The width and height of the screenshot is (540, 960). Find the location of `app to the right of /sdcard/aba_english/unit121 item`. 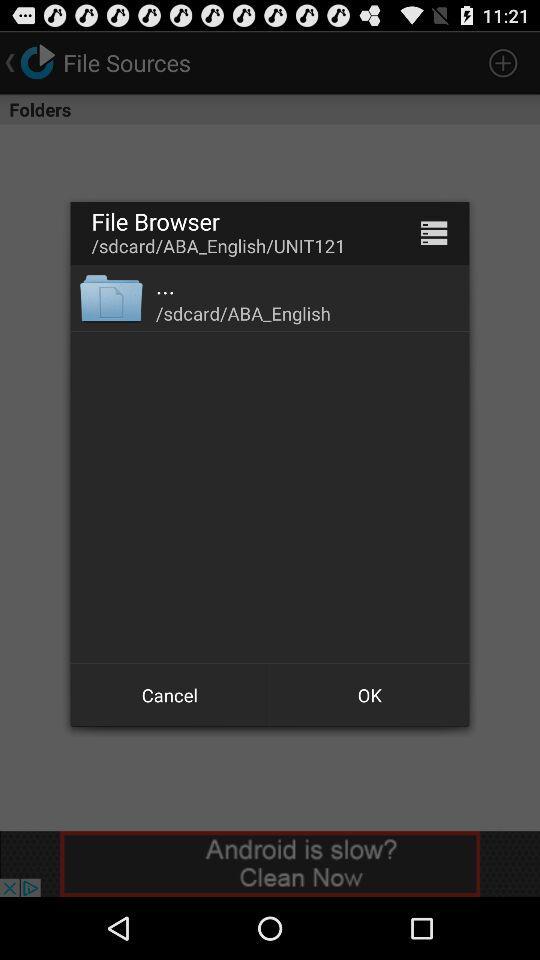

app to the right of /sdcard/aba_english/unit121 item is located at coordinates (433, 233).